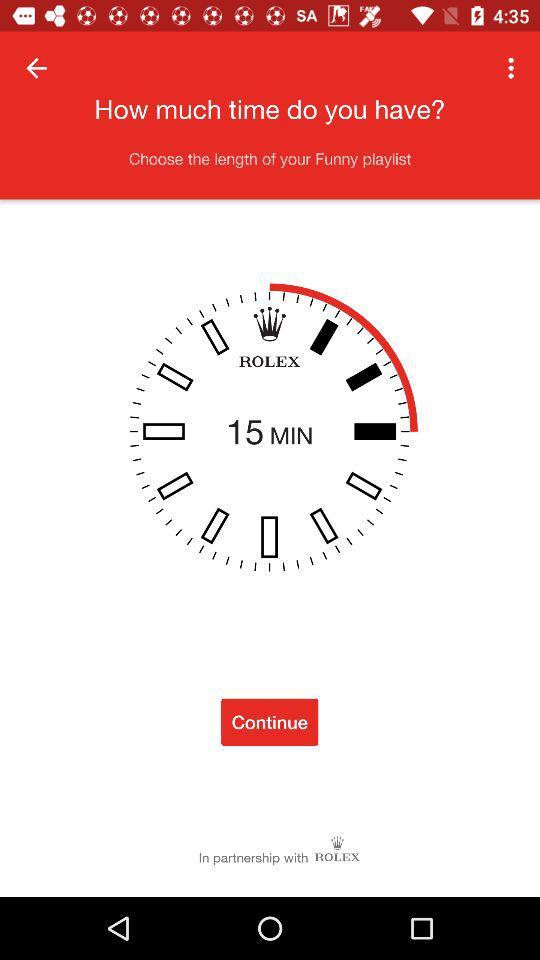 The image size is (540, 960). Describe the element at coordinates (269, 721) in the screenshot. I see `continue item` at that location.